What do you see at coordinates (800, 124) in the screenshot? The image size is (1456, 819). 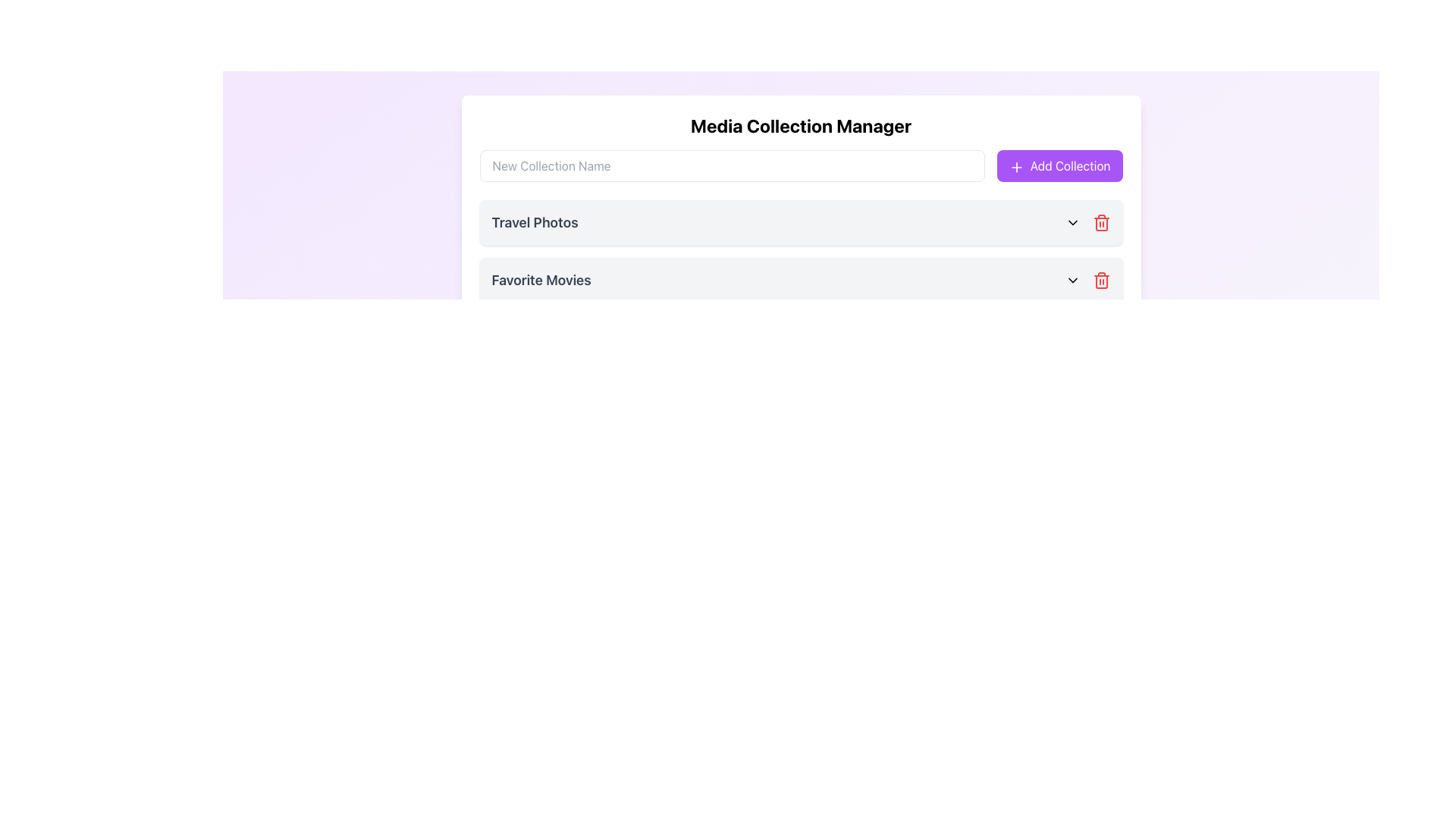 I see `the heading labeled 'Media Collection Manager', which is centrally aligned at the top of the content area` at bounding box center [800, 124].